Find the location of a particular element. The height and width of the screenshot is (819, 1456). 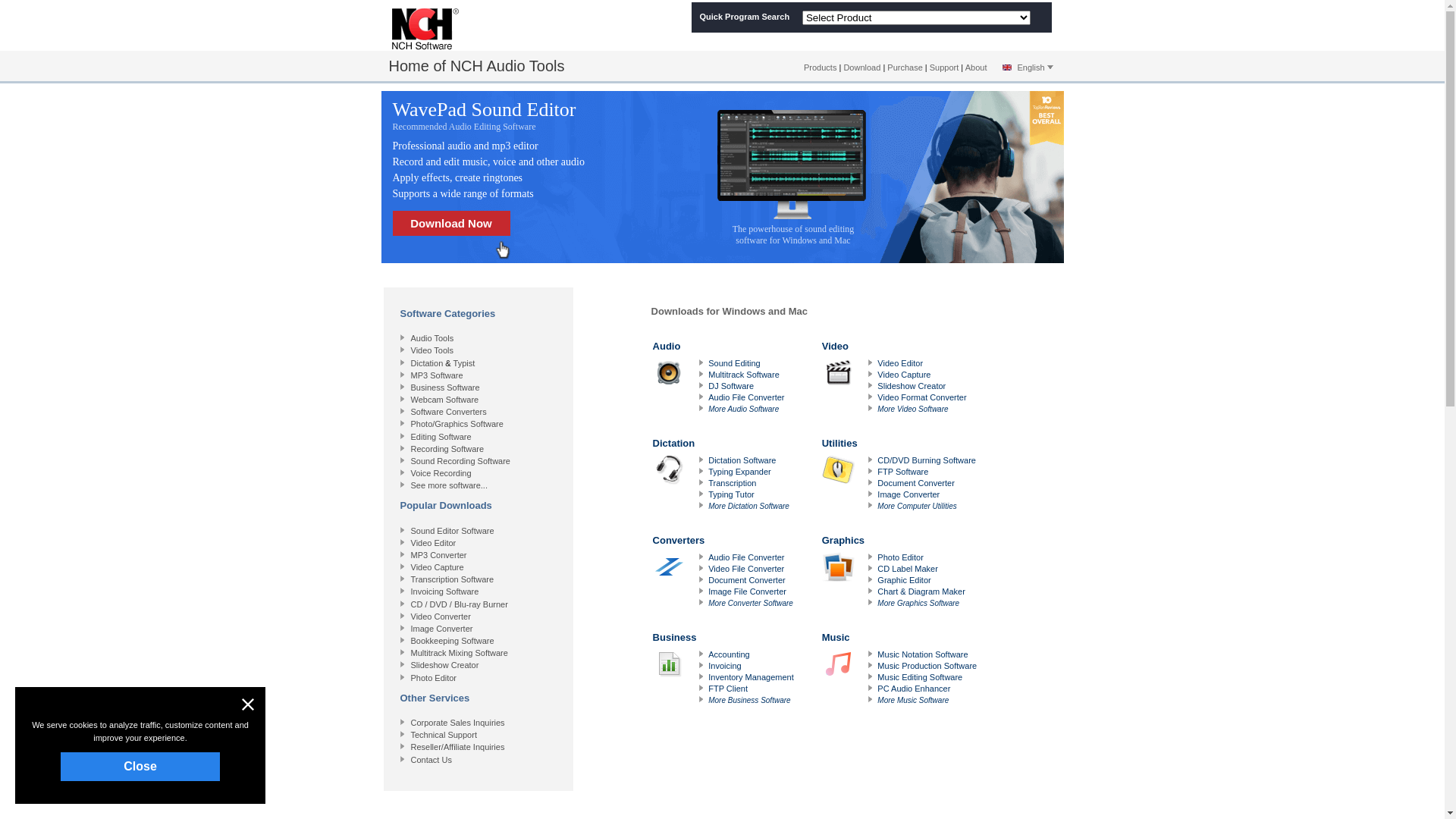

'More Music Software' is located at coordinates (912, 700).